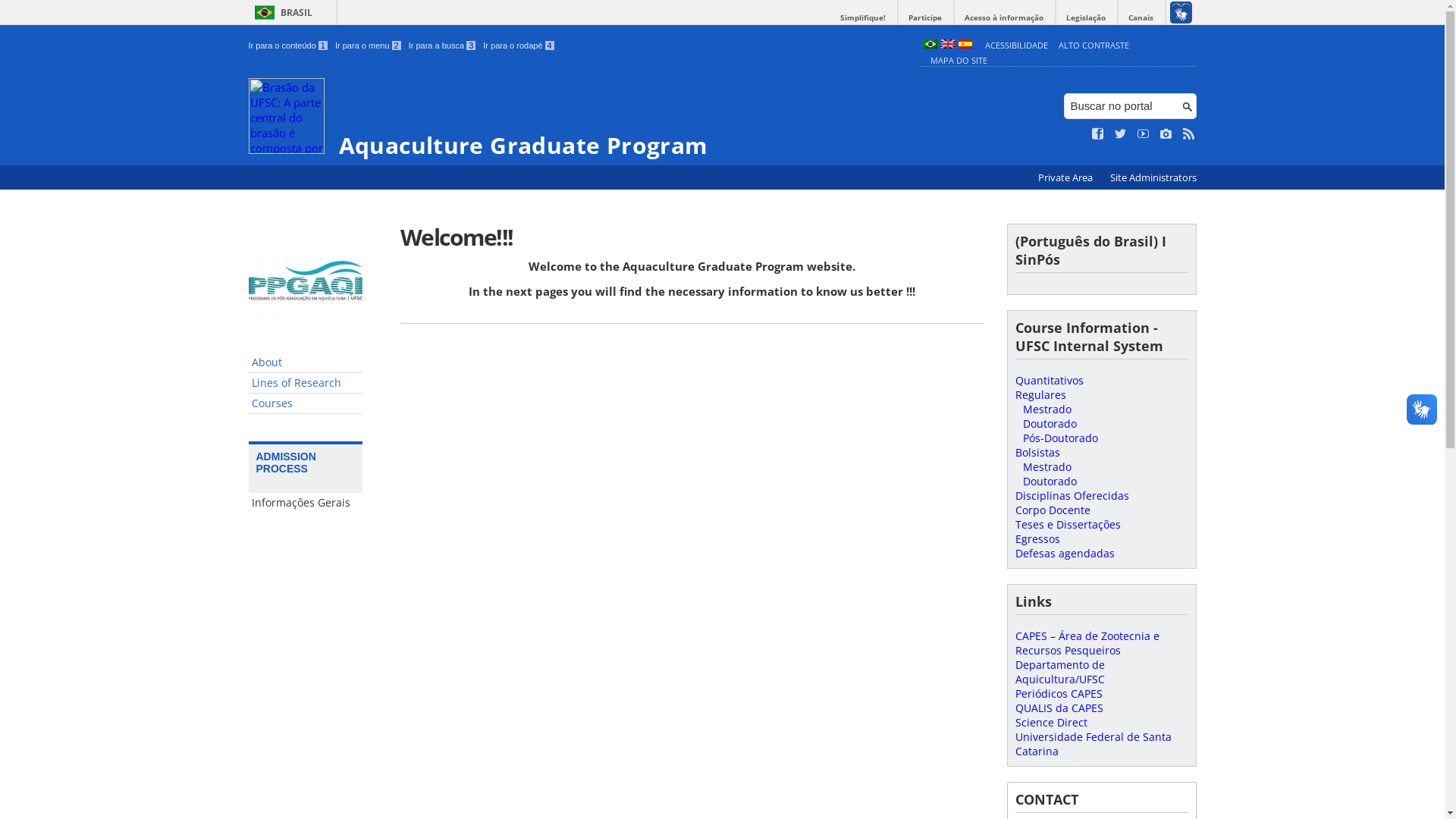 Image resolution: width=1456 pixels, height=819 pixels. Describe the element at coordinates (1046, 466) in the screenshot. I see `'Mestrado'` at that location.